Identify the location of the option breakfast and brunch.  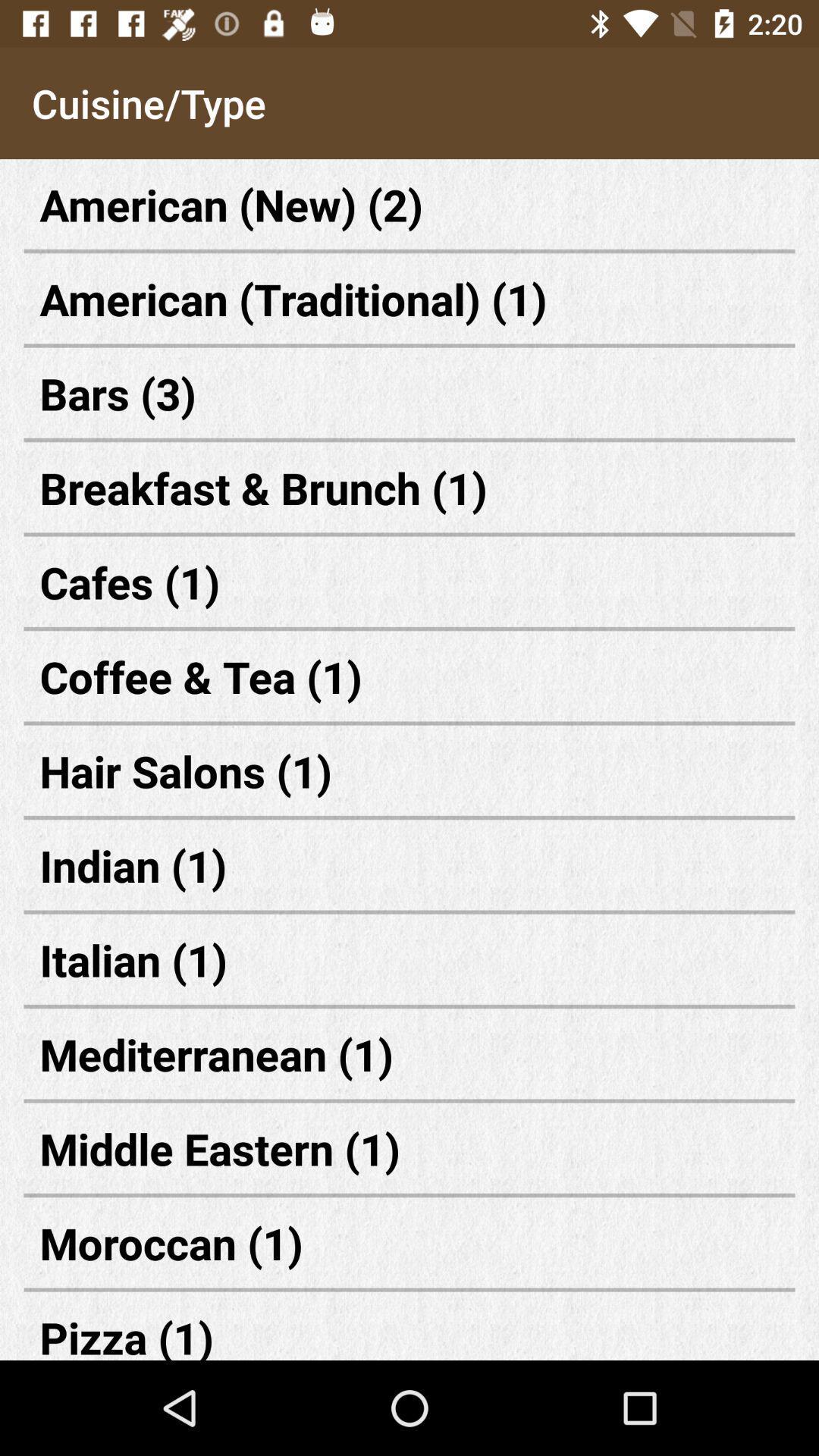
(409, 488).